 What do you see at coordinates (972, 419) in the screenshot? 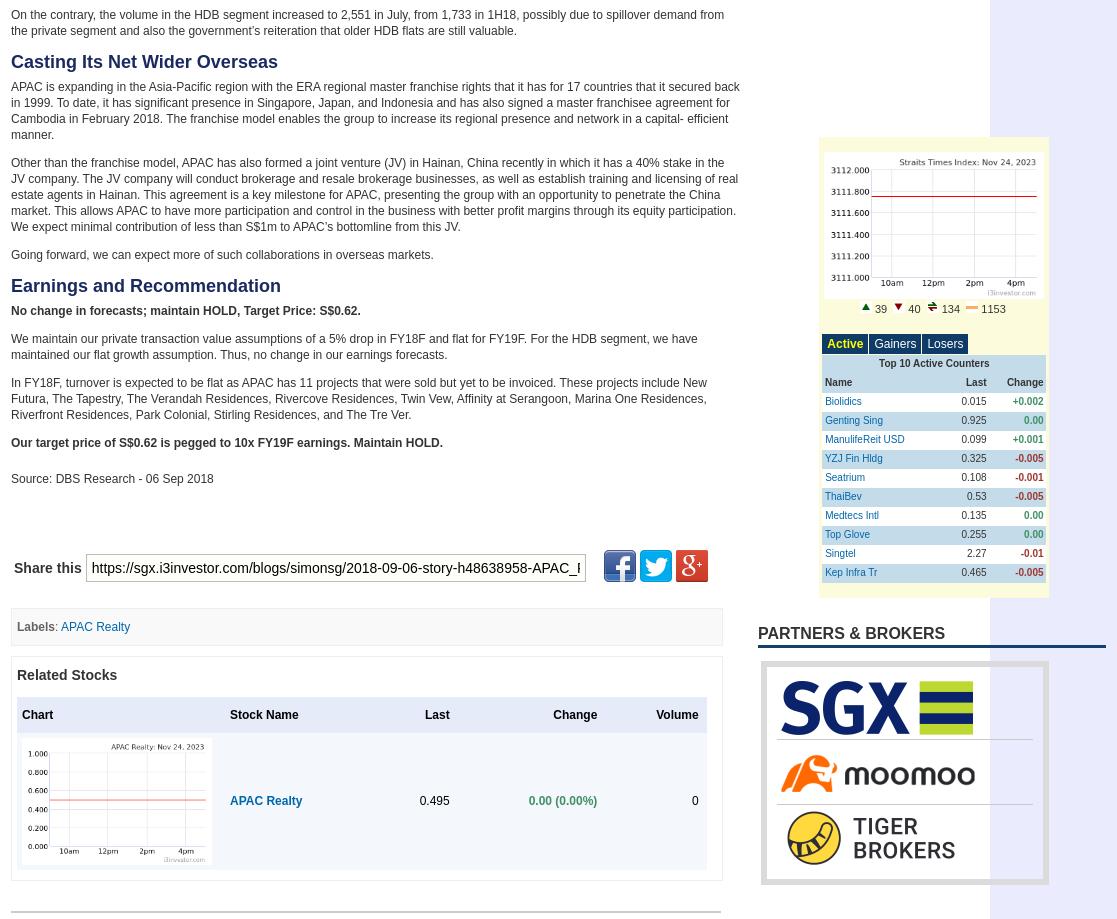
I see `'0.925'` at bounding box center [972, 419].